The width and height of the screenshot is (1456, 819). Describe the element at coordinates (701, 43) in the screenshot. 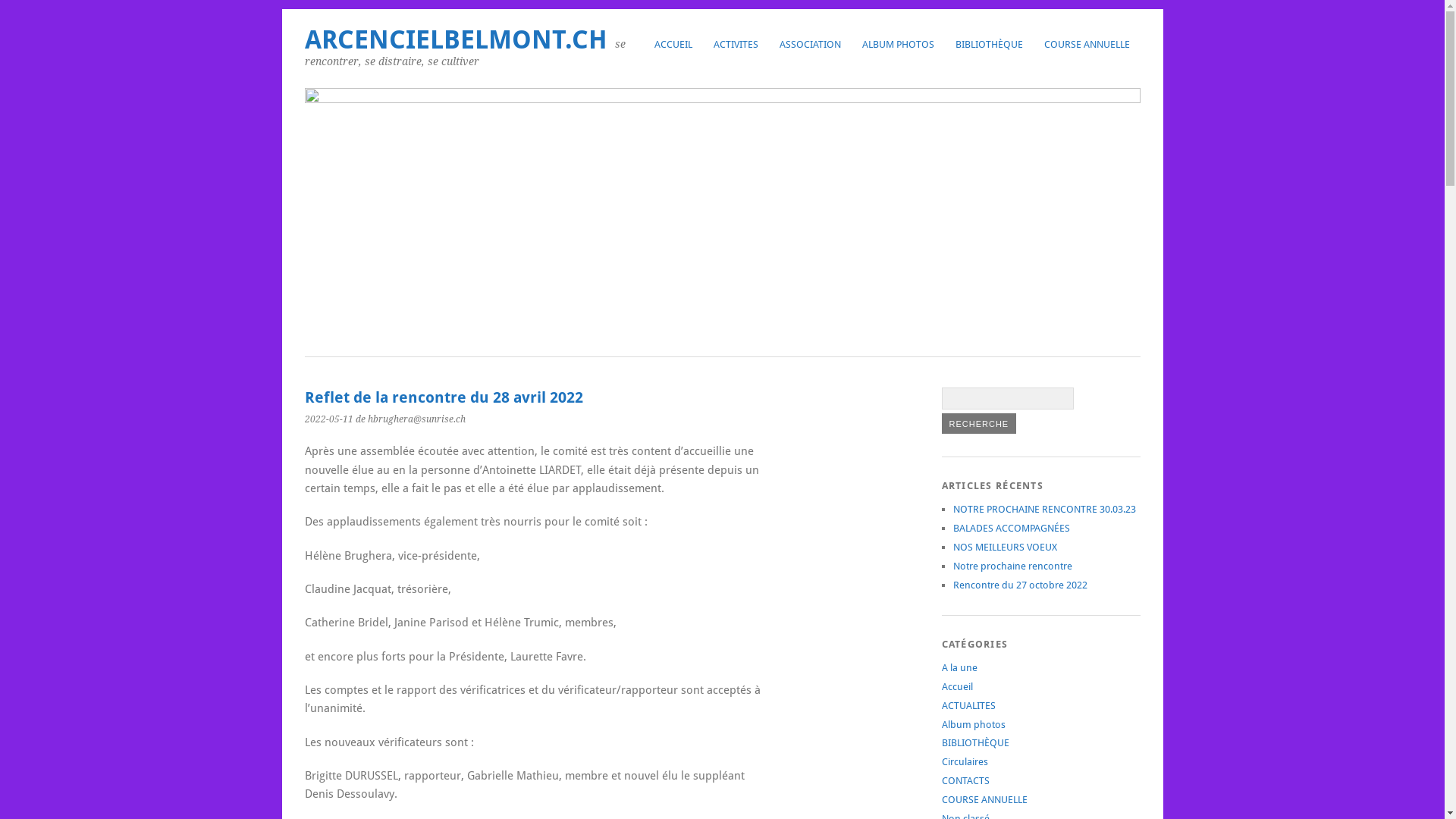

I see `'ACTIVITES'` at that location.